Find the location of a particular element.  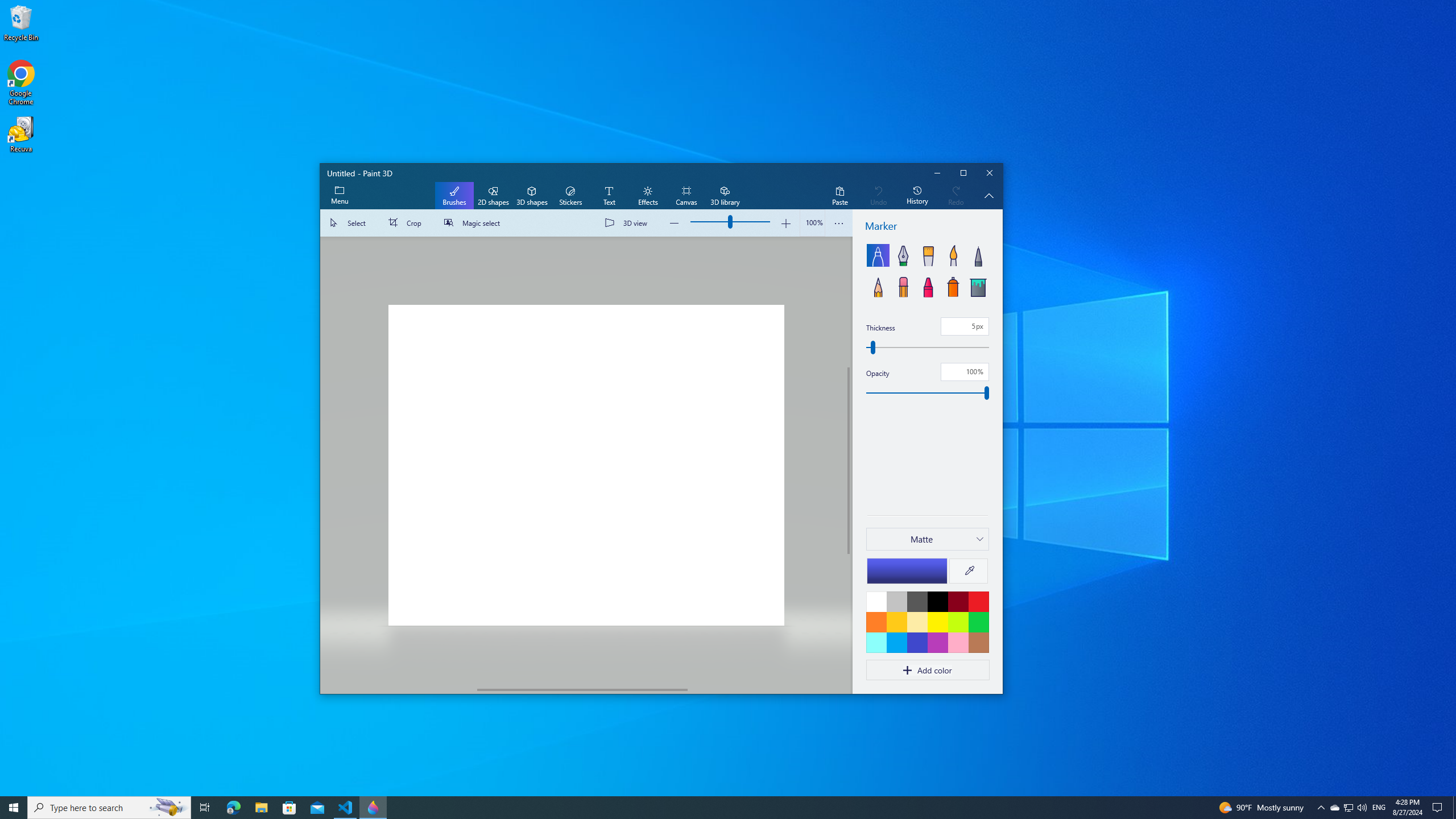

'Zoom in' is located at coordinates (785, 222).